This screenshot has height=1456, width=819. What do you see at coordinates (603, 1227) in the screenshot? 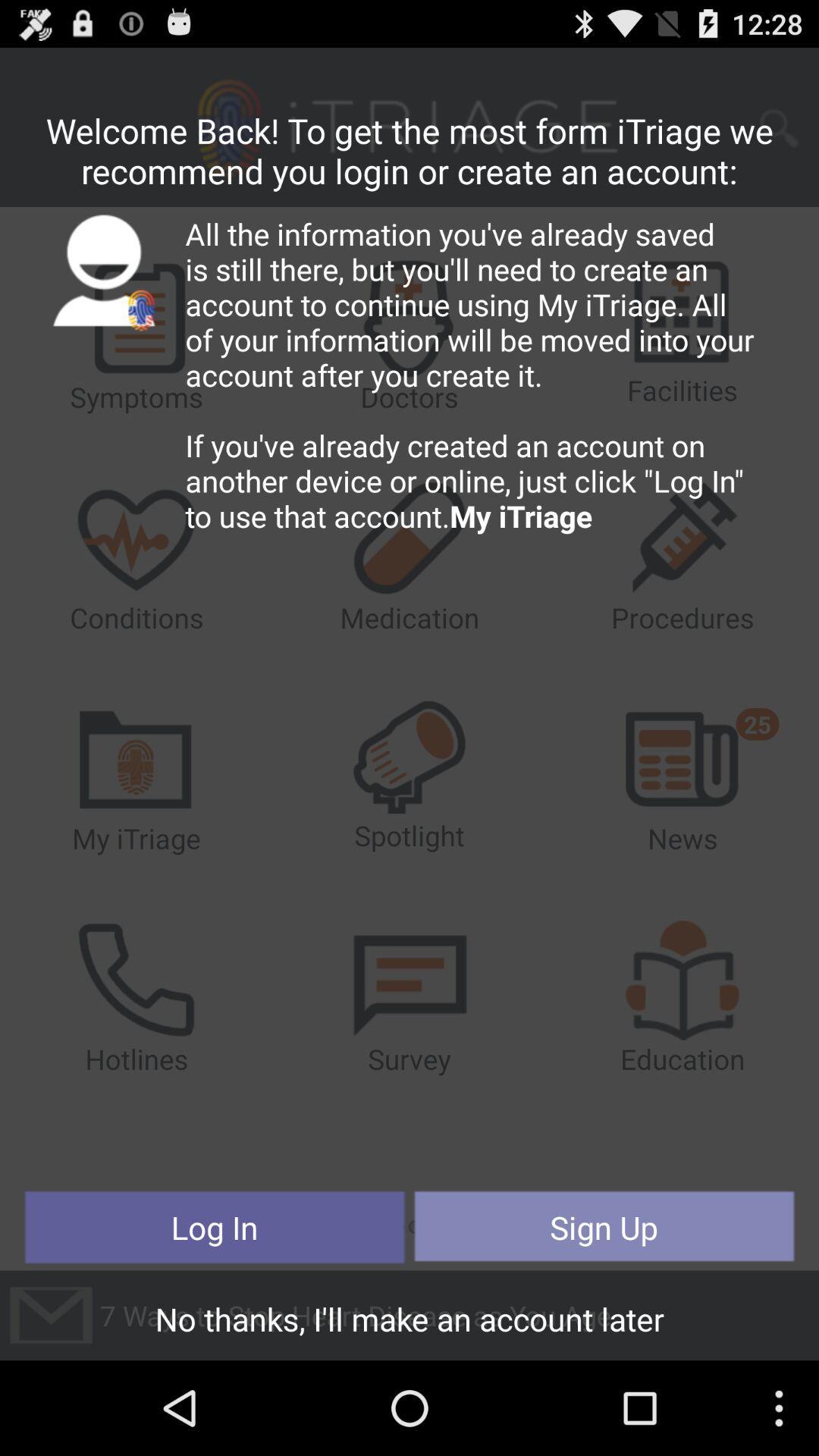
I see `item above the no thanks i` at bounding box center [603, 1227].